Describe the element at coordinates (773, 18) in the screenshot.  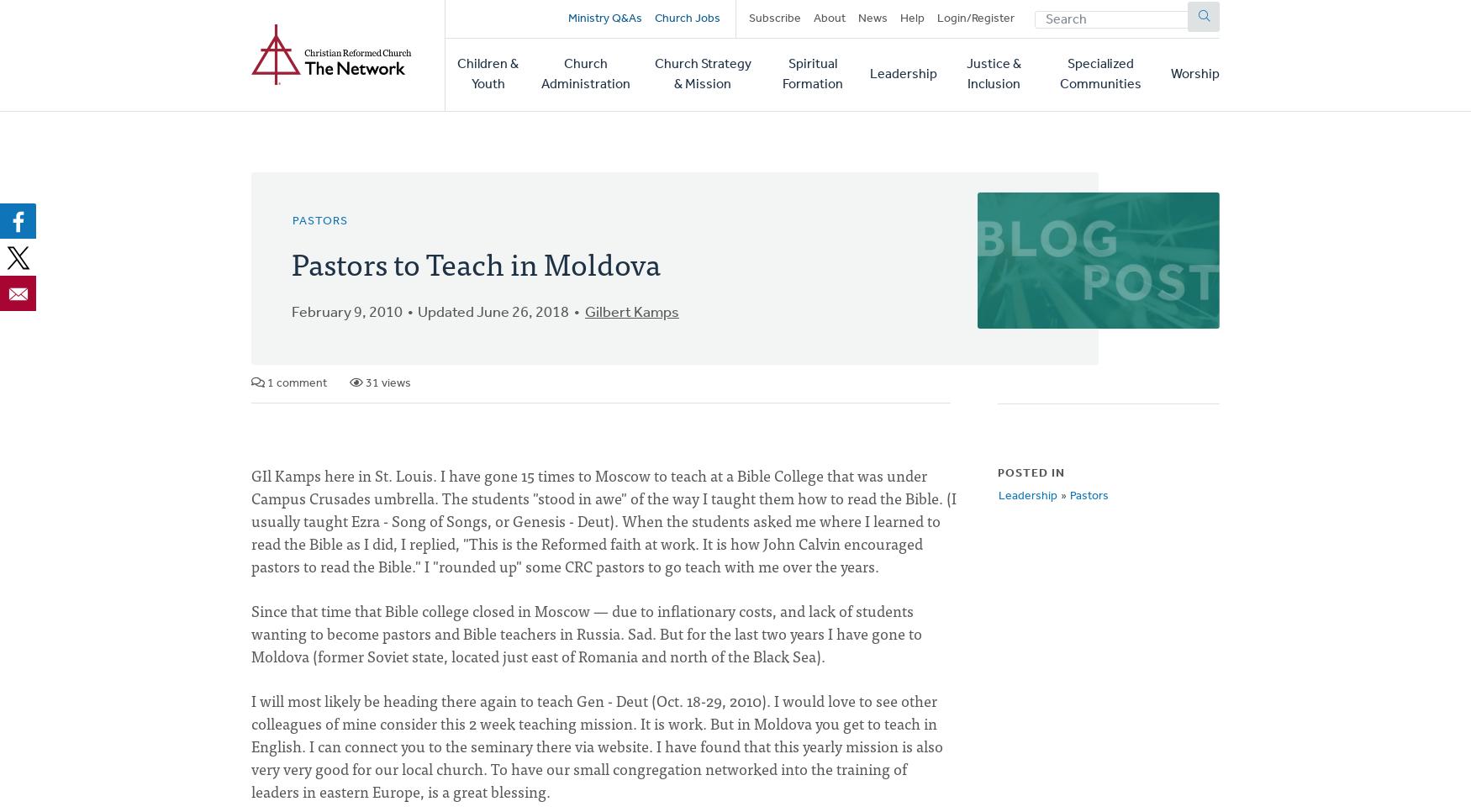
I see `'Subscribe'` at that location.